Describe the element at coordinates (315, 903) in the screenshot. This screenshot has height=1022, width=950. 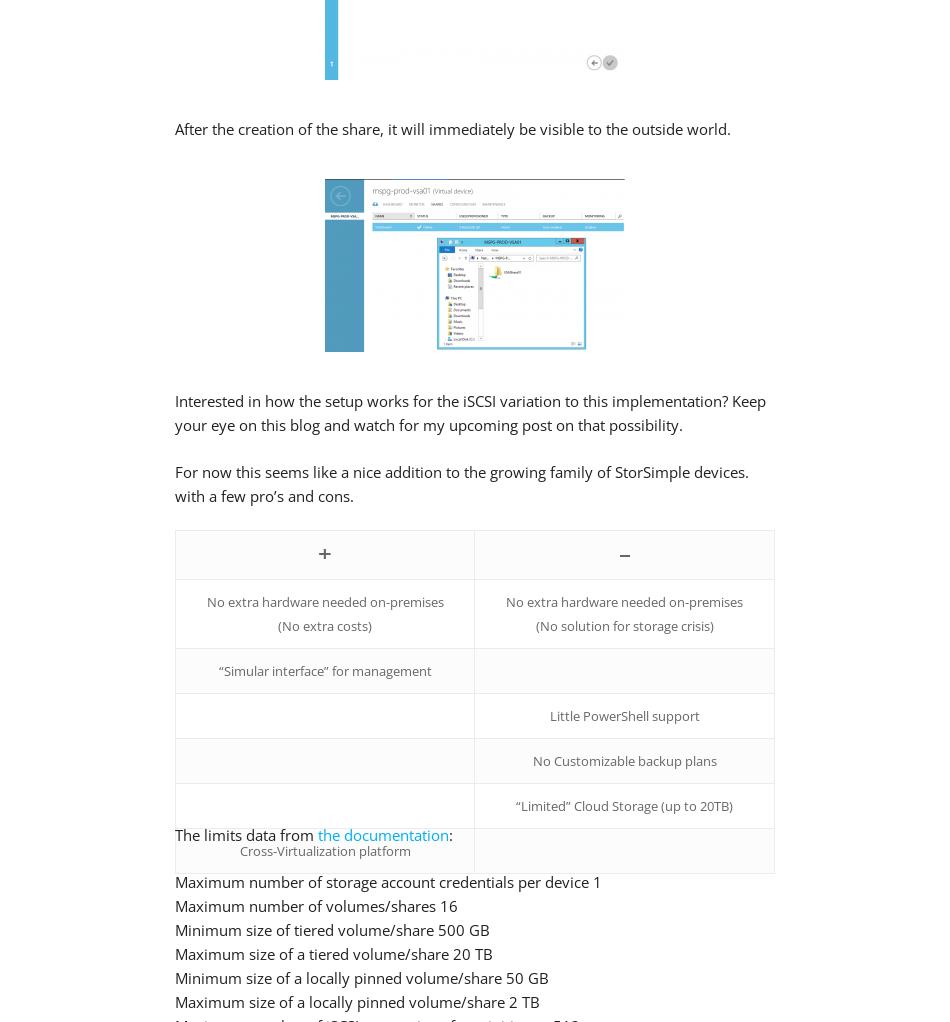
I see `'Maximum number of volumes/shares 16'` at that location.